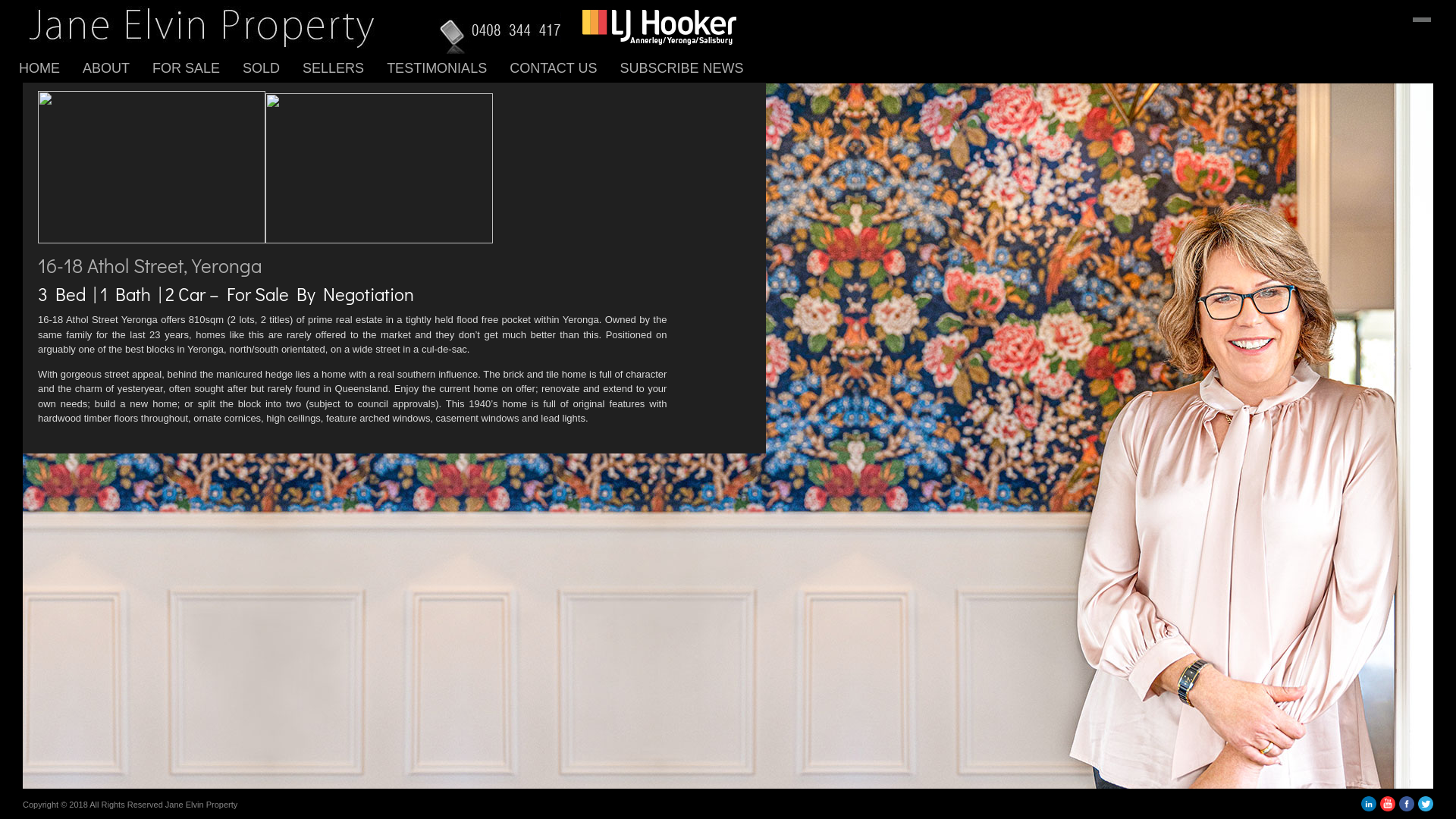  I want to click on 'CONTACT US', so click(563, 67).